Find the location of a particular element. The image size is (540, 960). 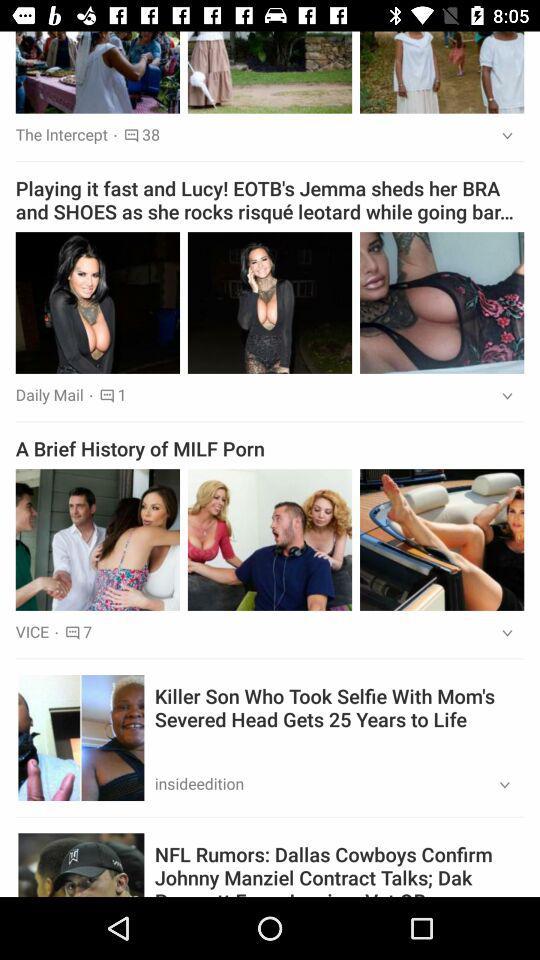

icon below killer son who is located at coordinates (497, 785).